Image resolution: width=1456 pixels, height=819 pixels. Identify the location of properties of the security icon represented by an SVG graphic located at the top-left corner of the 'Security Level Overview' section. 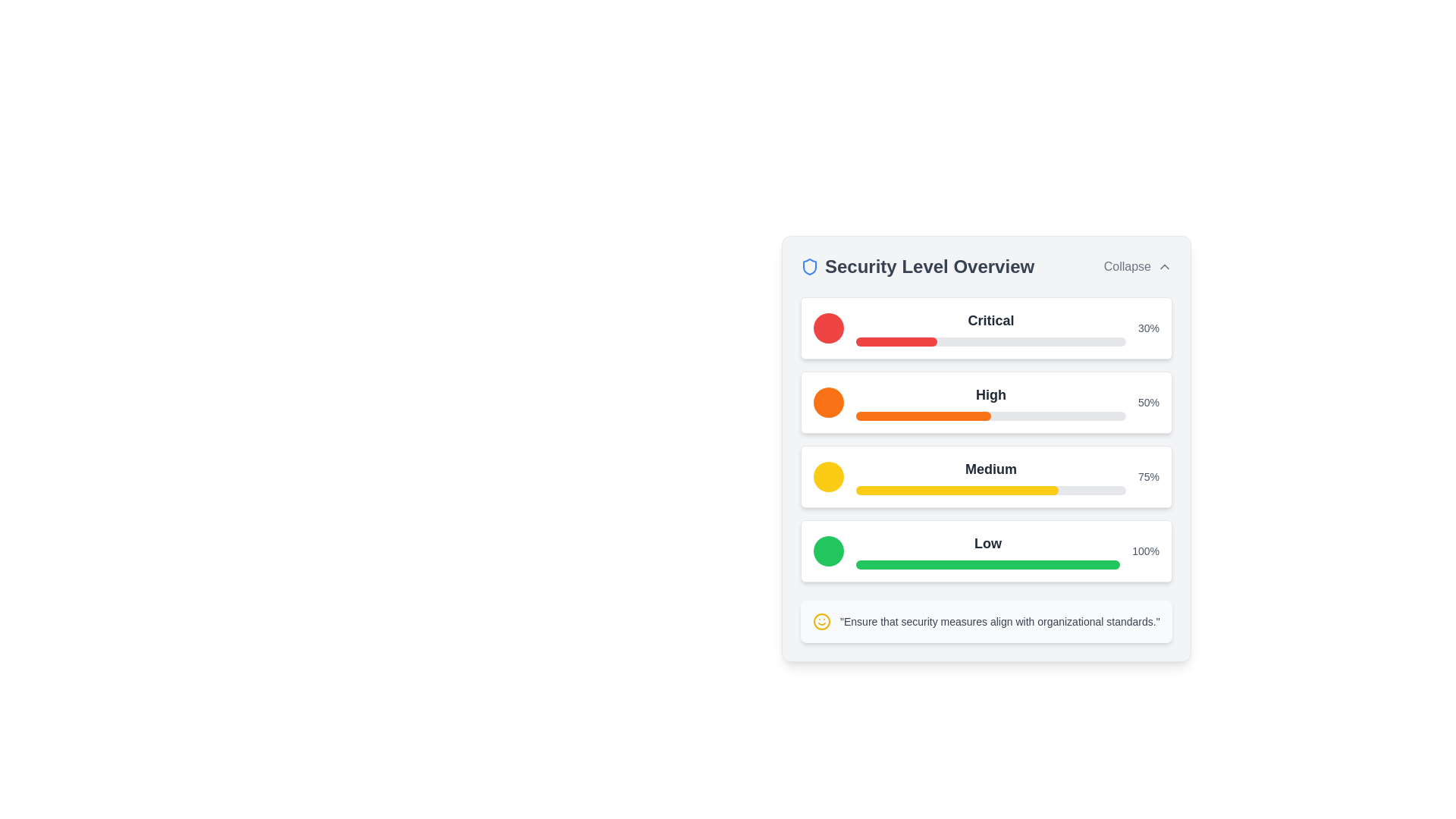
(809, 265).